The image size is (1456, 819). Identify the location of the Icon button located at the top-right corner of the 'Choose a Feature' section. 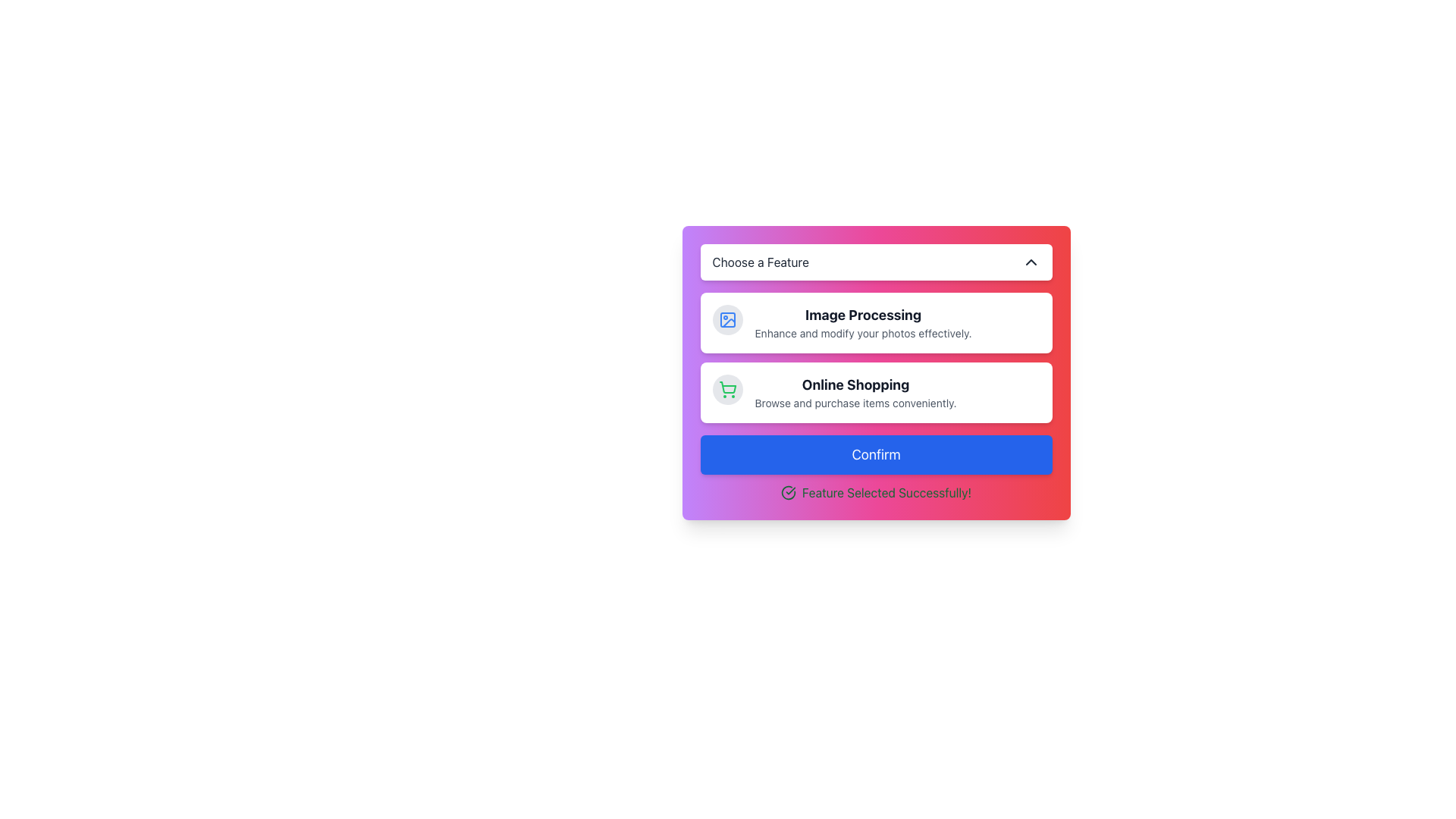
(1031, 262).